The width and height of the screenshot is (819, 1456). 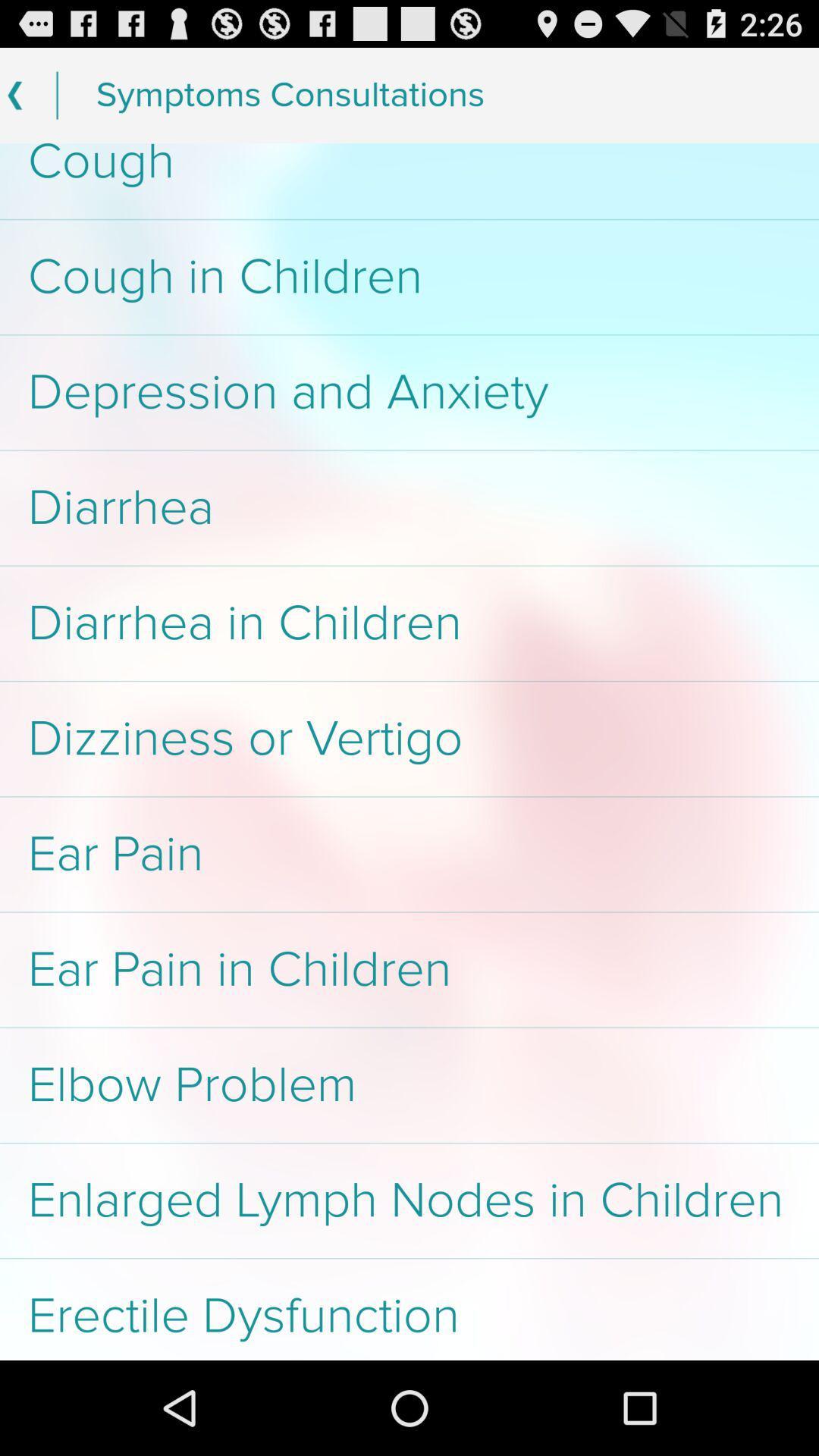 I want to click on the app below elbow problem app, so click(x=409, y=1200).